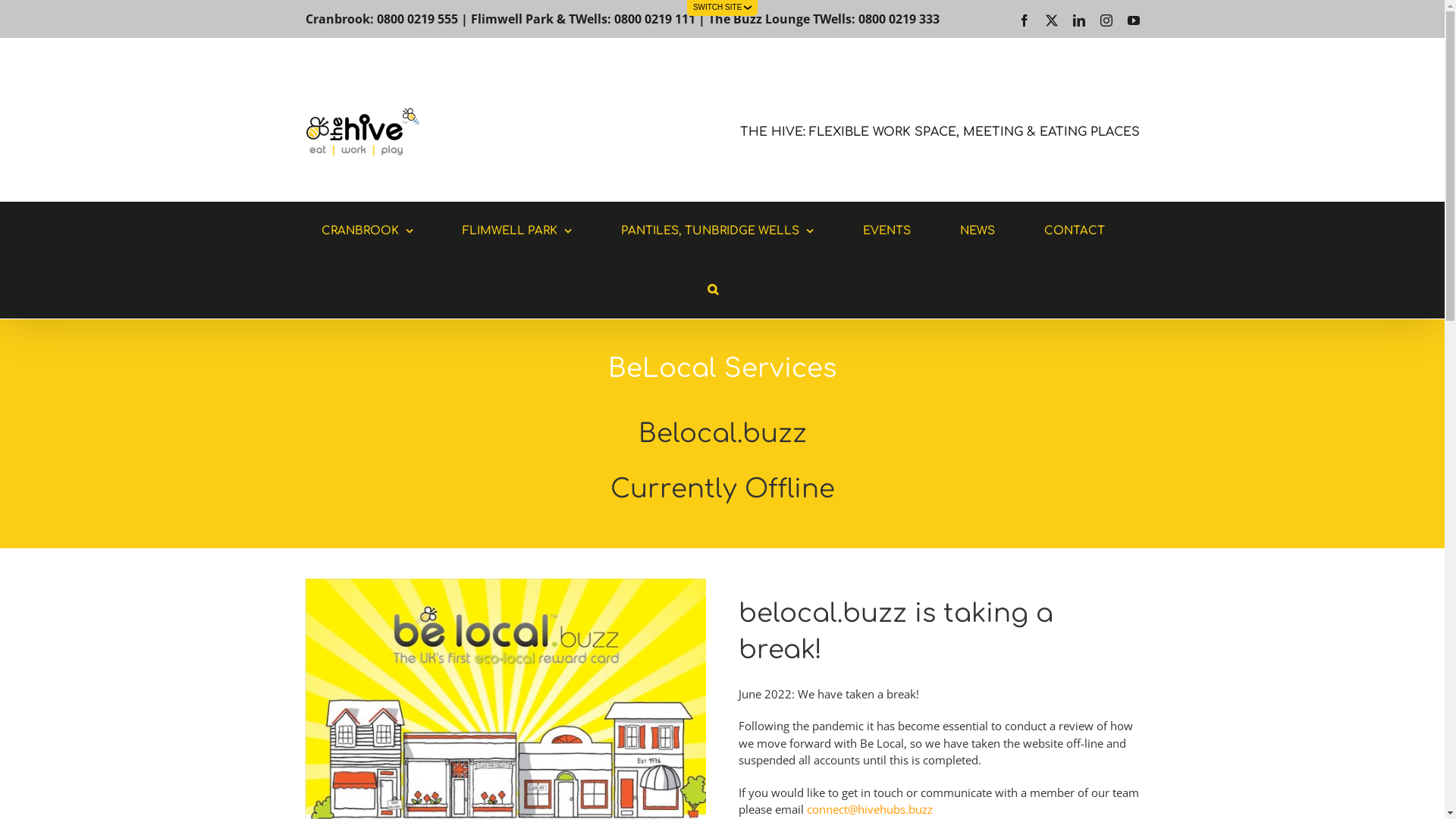 This screenshot has height=819, width=1456. I want to click on 'YouTube', so click(1132, 20).